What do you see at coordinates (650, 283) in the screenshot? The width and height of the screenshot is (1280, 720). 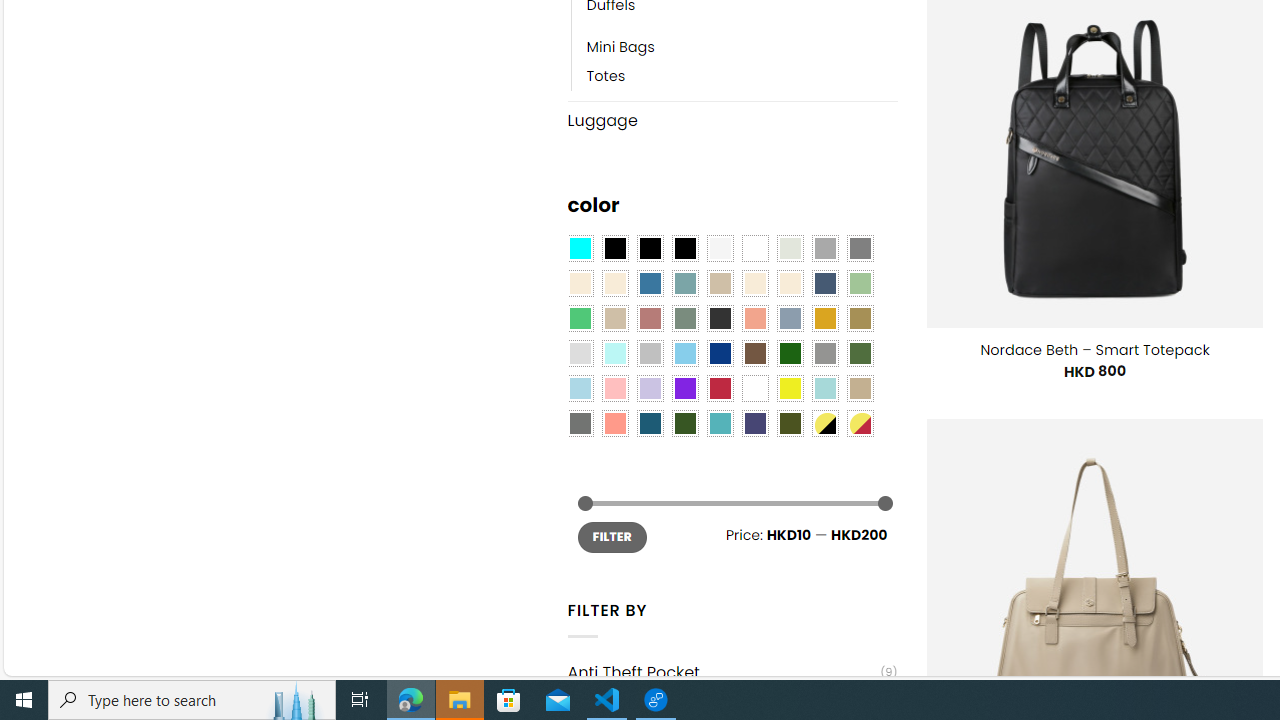 I see `'Blue'` at bounding box center [650, 283].